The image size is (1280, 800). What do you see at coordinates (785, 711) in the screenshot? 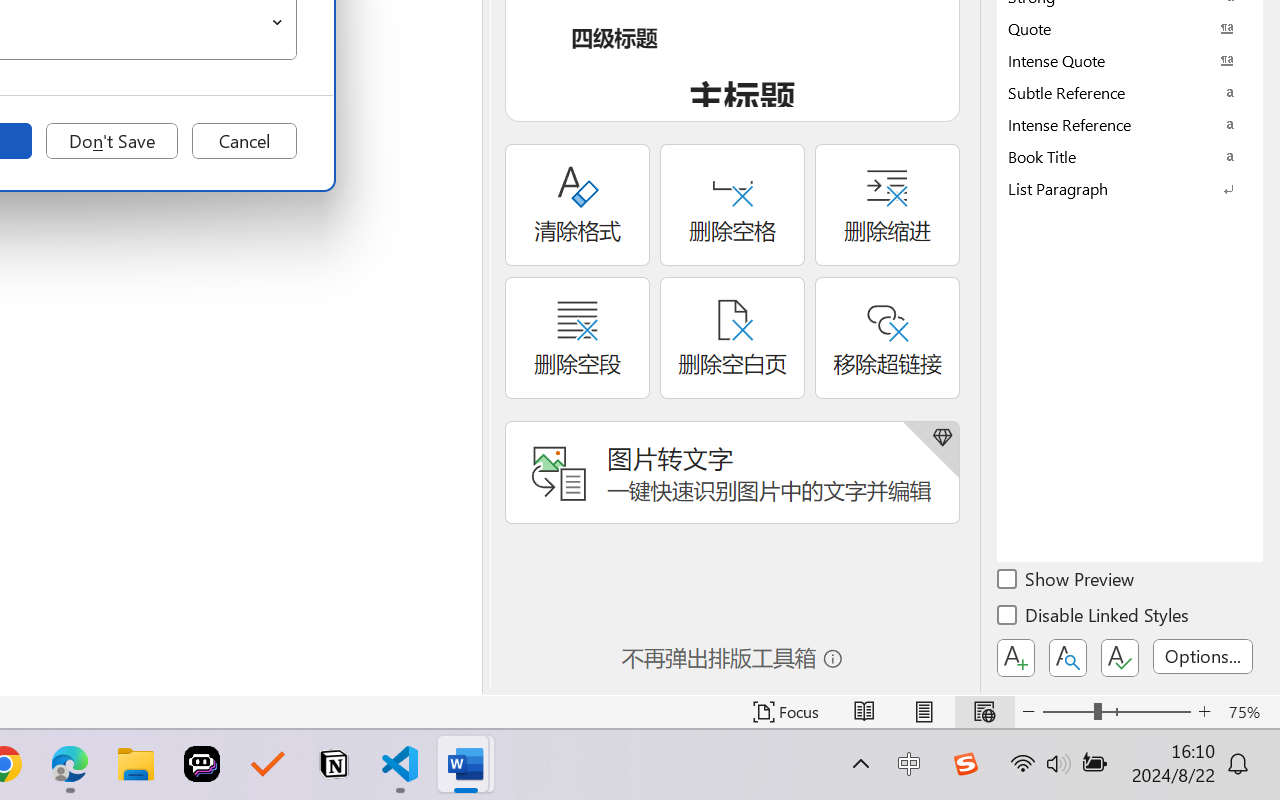
I see `'Focus '` at bounding box center [785, 711].